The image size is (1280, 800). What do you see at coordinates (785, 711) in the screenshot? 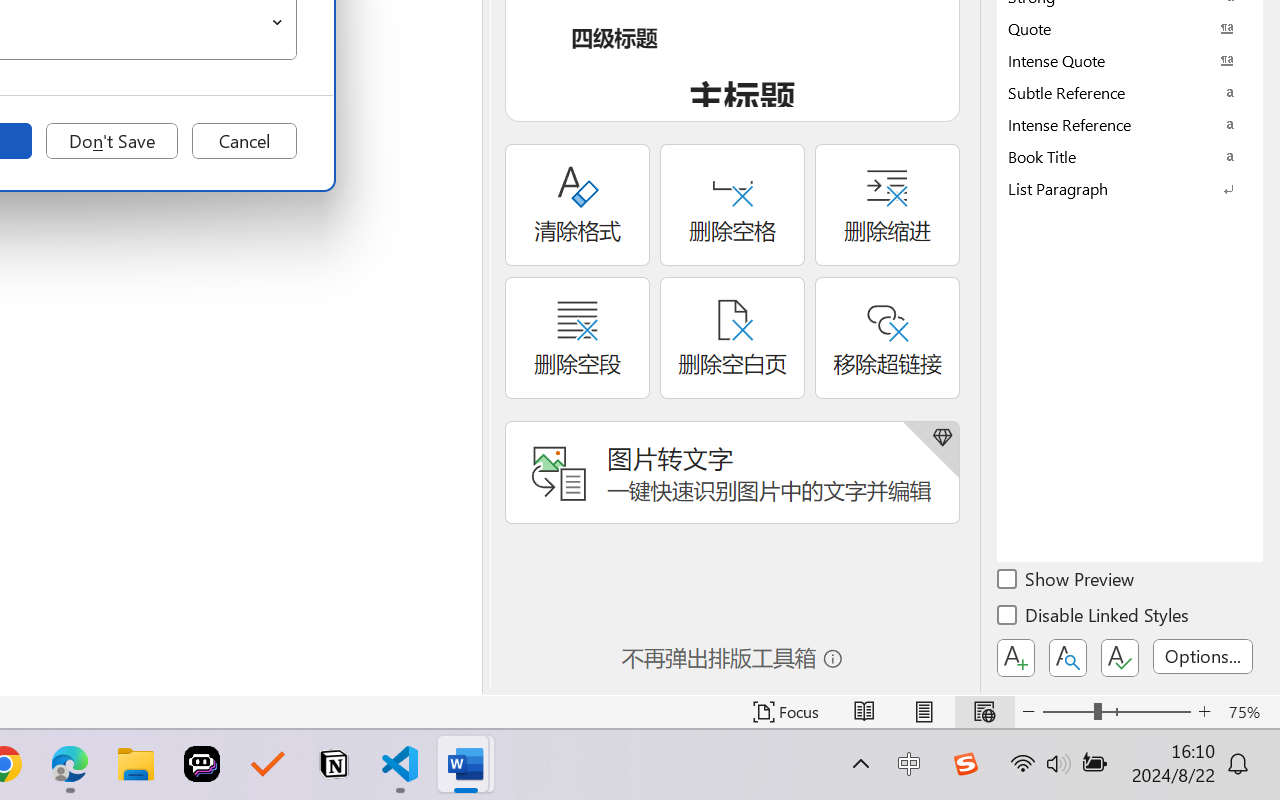
I see `'Focus '` at bounding box center [785, 711].